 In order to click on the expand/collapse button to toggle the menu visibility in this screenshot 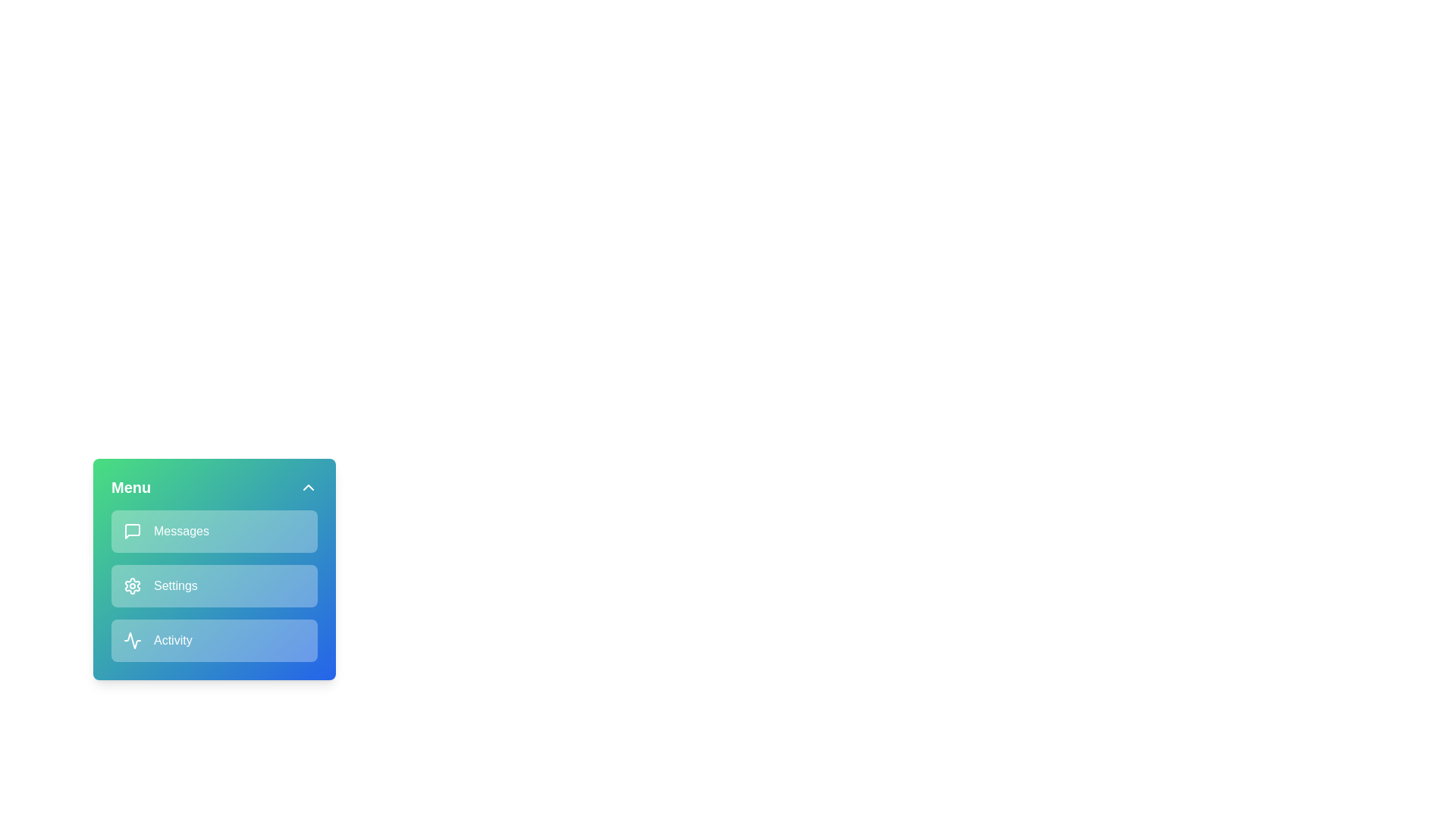, I will do `click(308, 488)`.